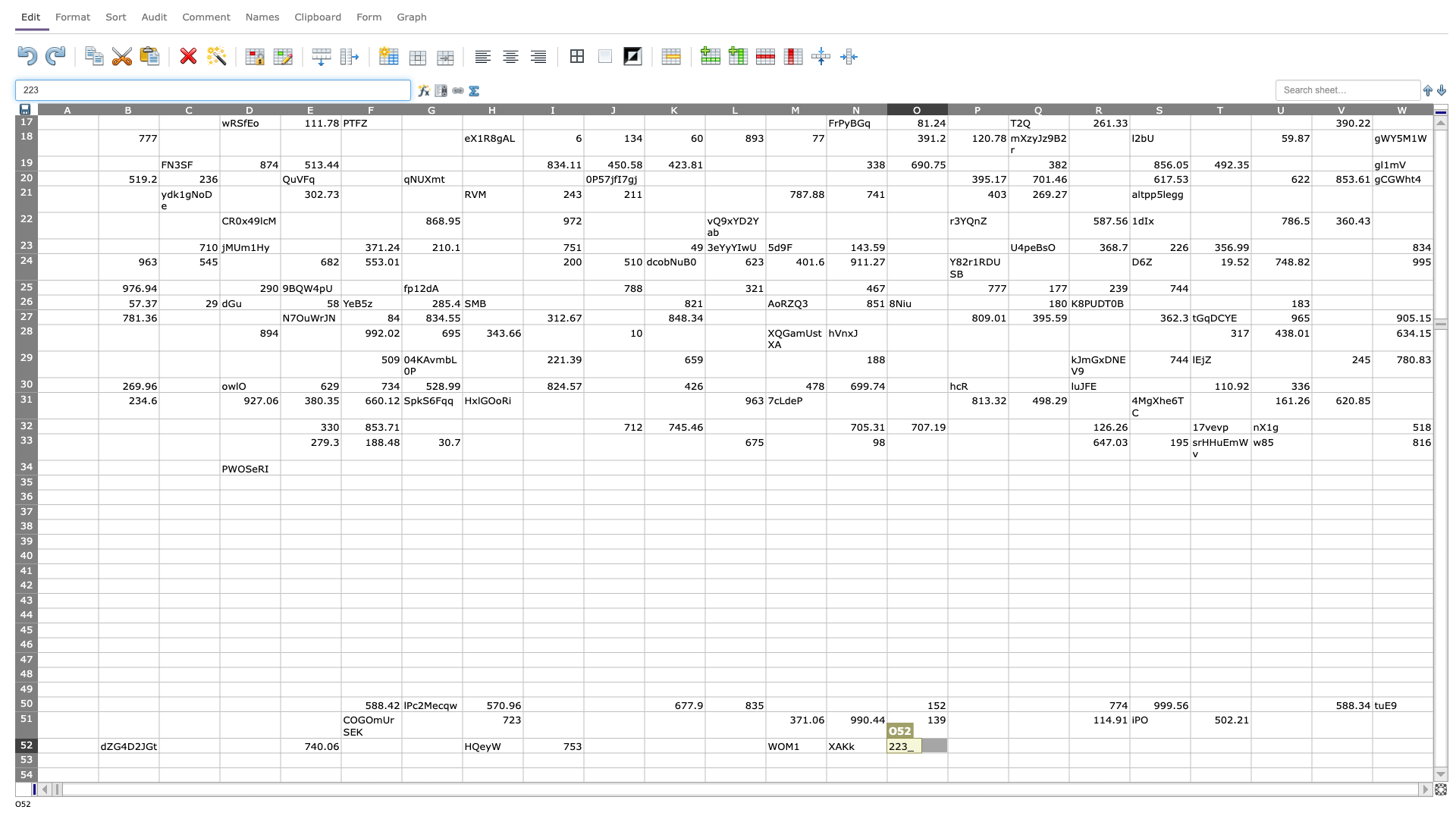  What do you see at coordinates (1068, 737) in the screenshot?
I see `top left corner of R52` at bounding box center [1068, 737].